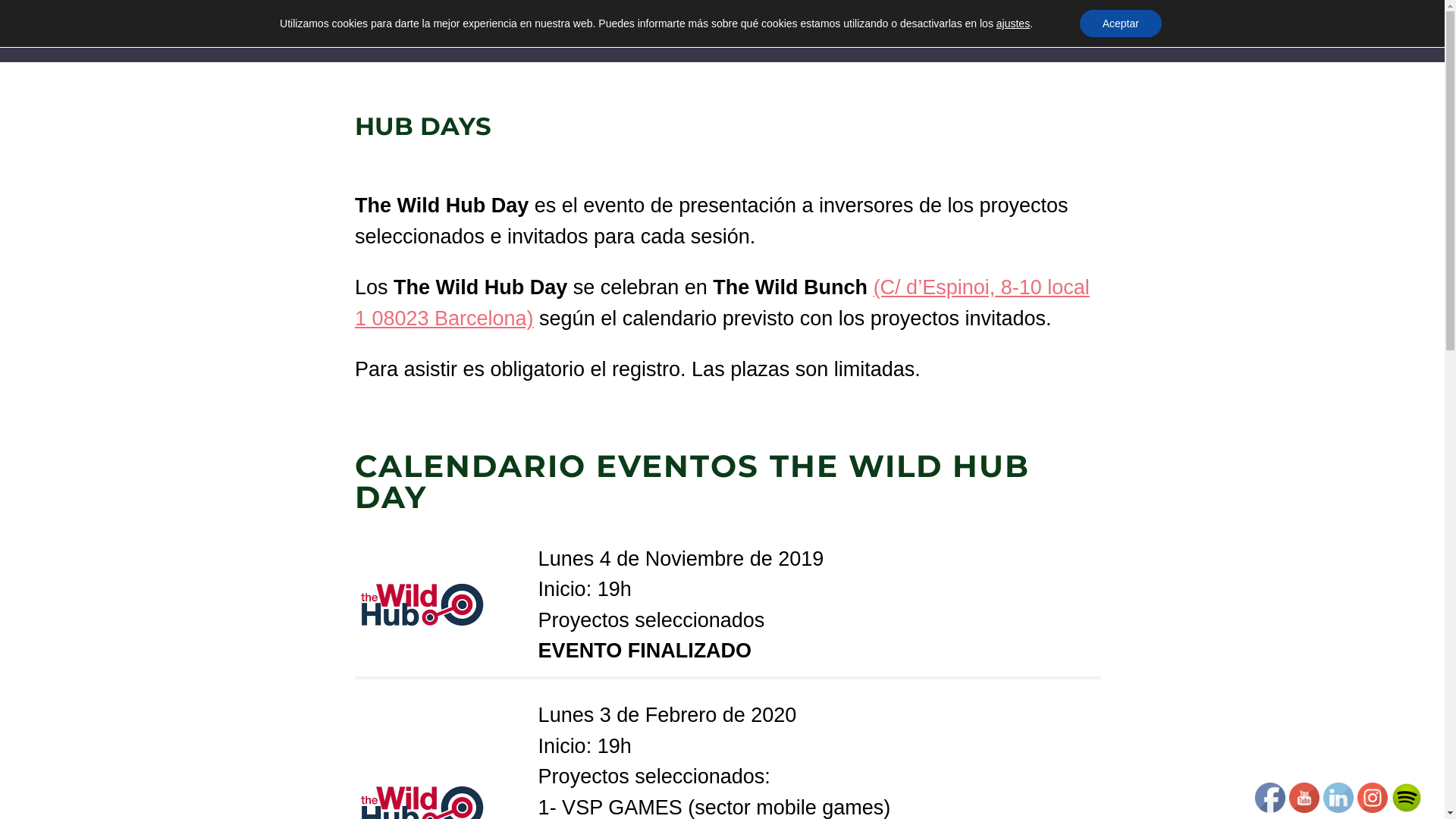 The image size is (1456, 819). What do you see at coordinates (75, 20) in the screenshot?
I see `'THE WILD BUNCH'` at bounding box center [75, 20].